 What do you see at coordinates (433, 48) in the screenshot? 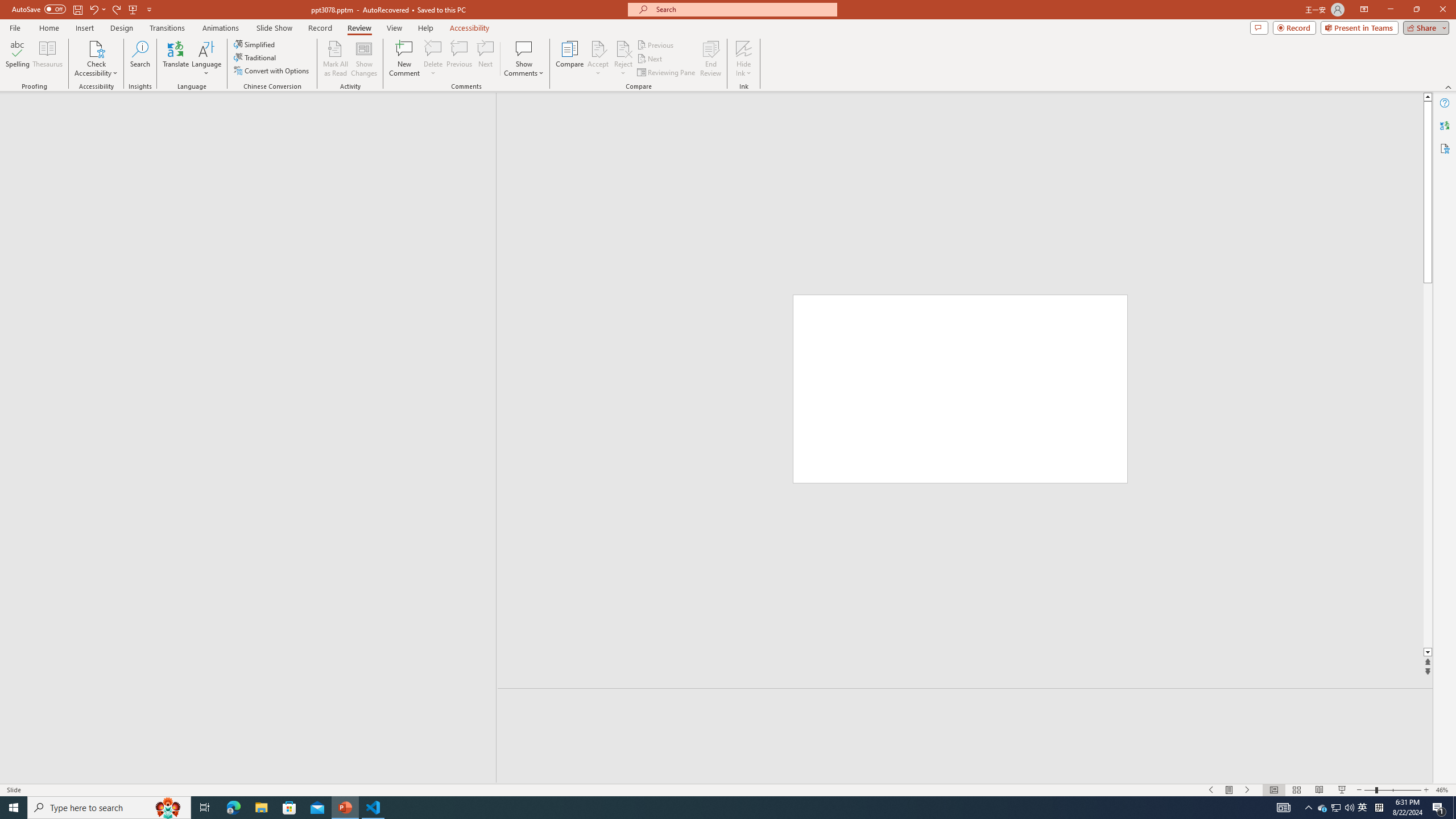
I see `'Delete'` at bounding box center [433, 48].